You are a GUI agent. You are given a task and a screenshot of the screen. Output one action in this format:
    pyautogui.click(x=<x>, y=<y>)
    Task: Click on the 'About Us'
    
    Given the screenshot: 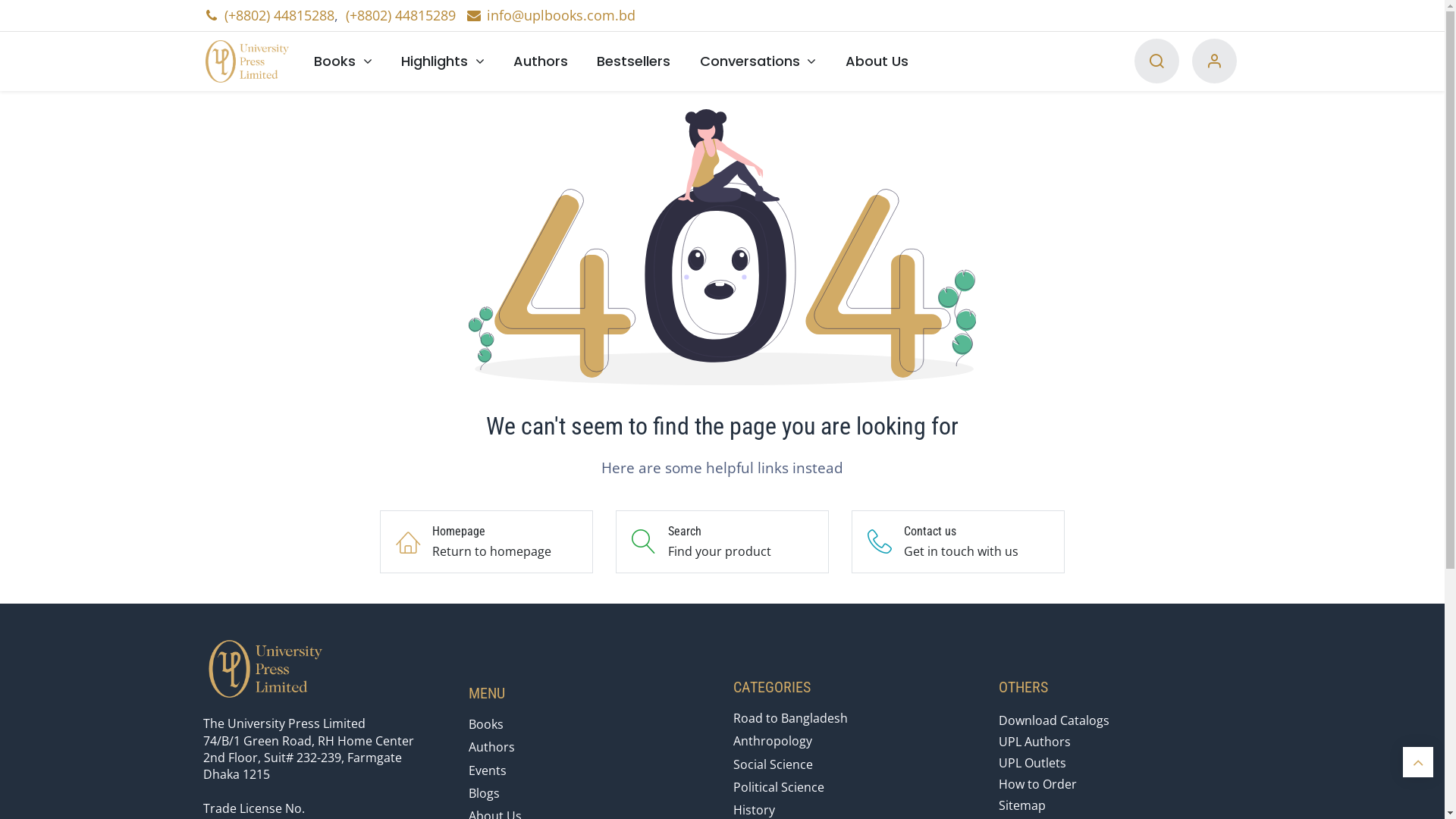 What is the action you would take?
    pyautogui.click(x=830, y=60)
    